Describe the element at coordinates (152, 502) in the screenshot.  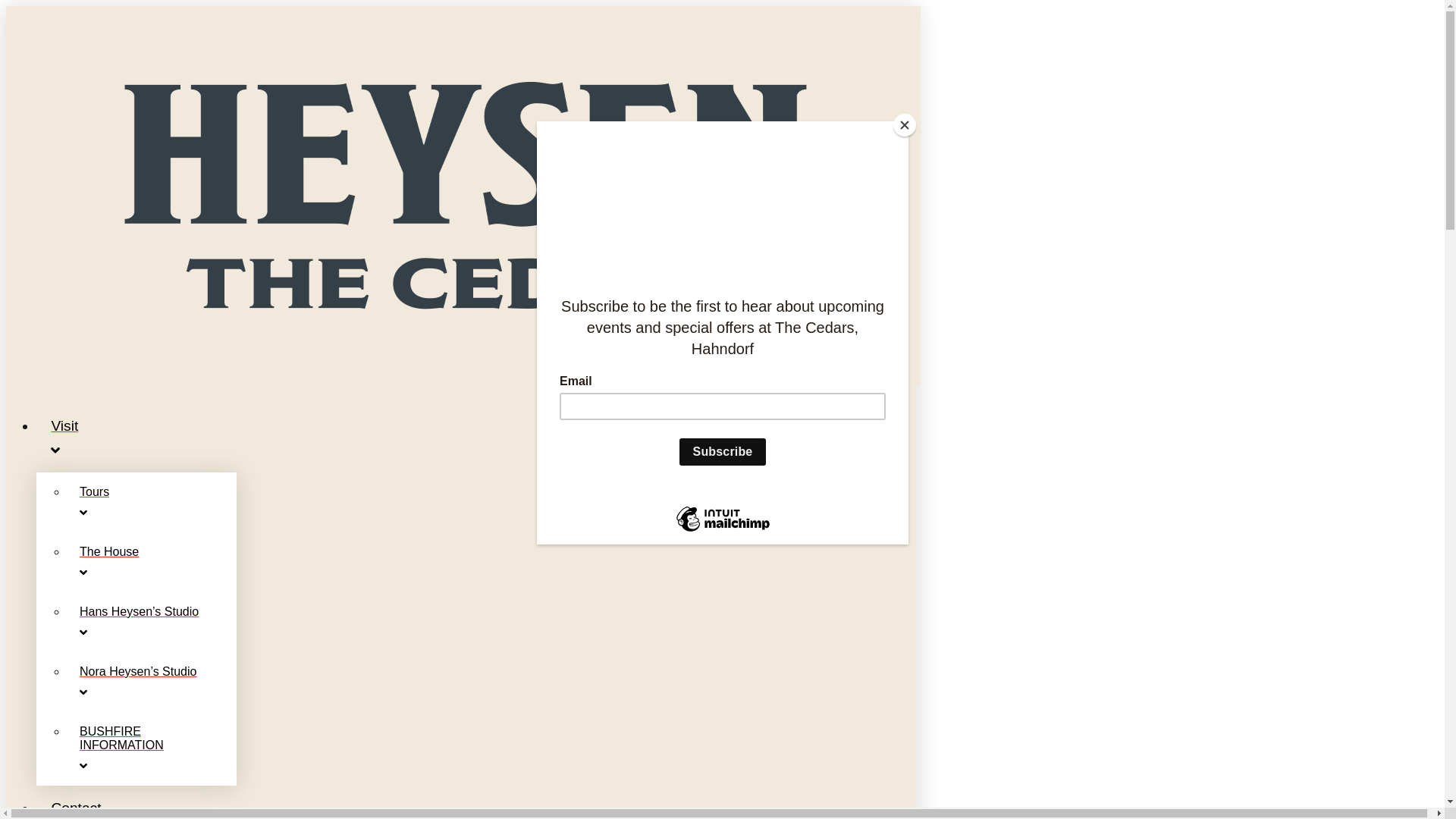
I see `'Tours'` at that location.